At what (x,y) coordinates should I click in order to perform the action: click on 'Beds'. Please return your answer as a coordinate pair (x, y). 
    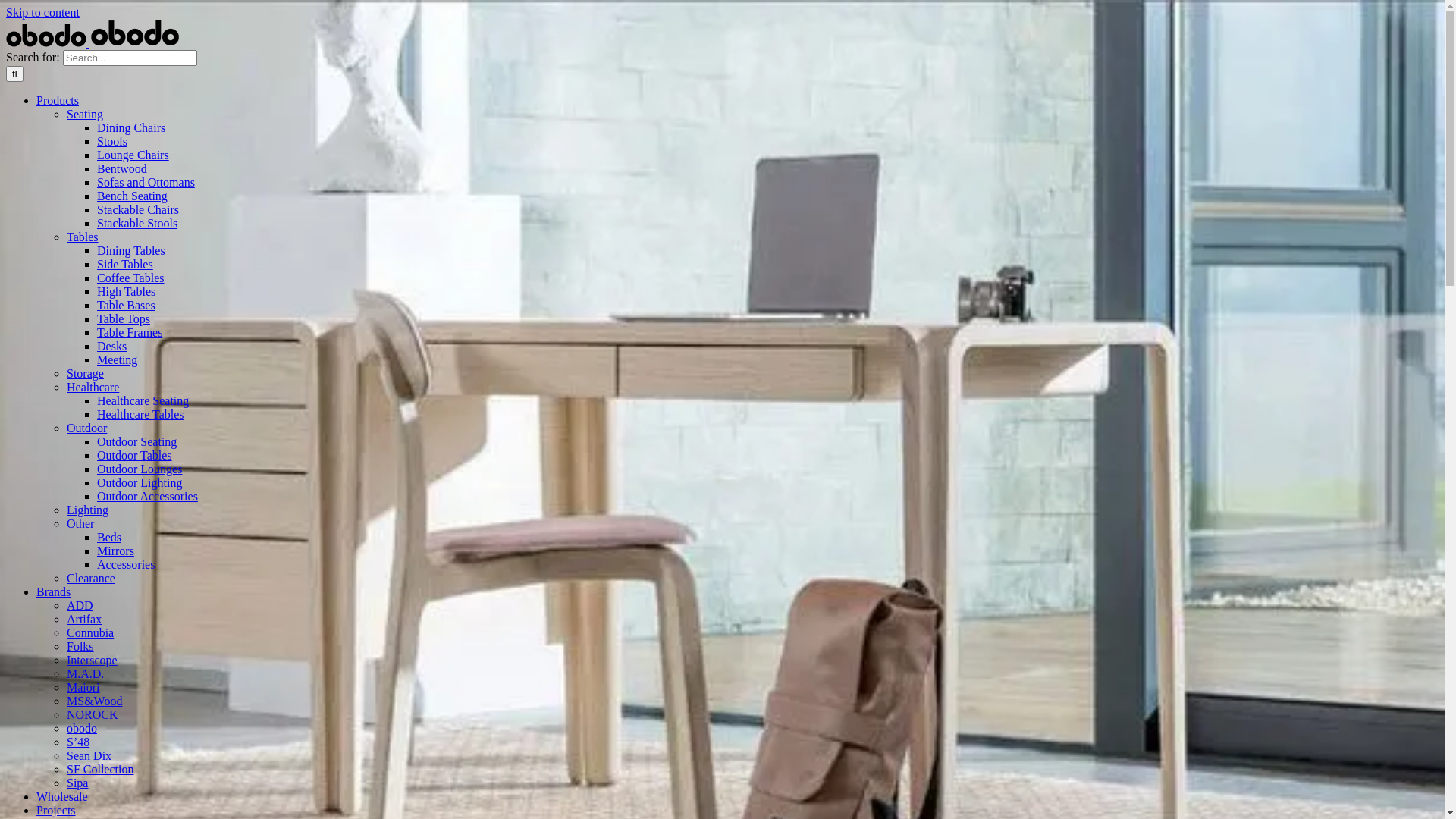
    Looking at the image, I should click on (108, 536).